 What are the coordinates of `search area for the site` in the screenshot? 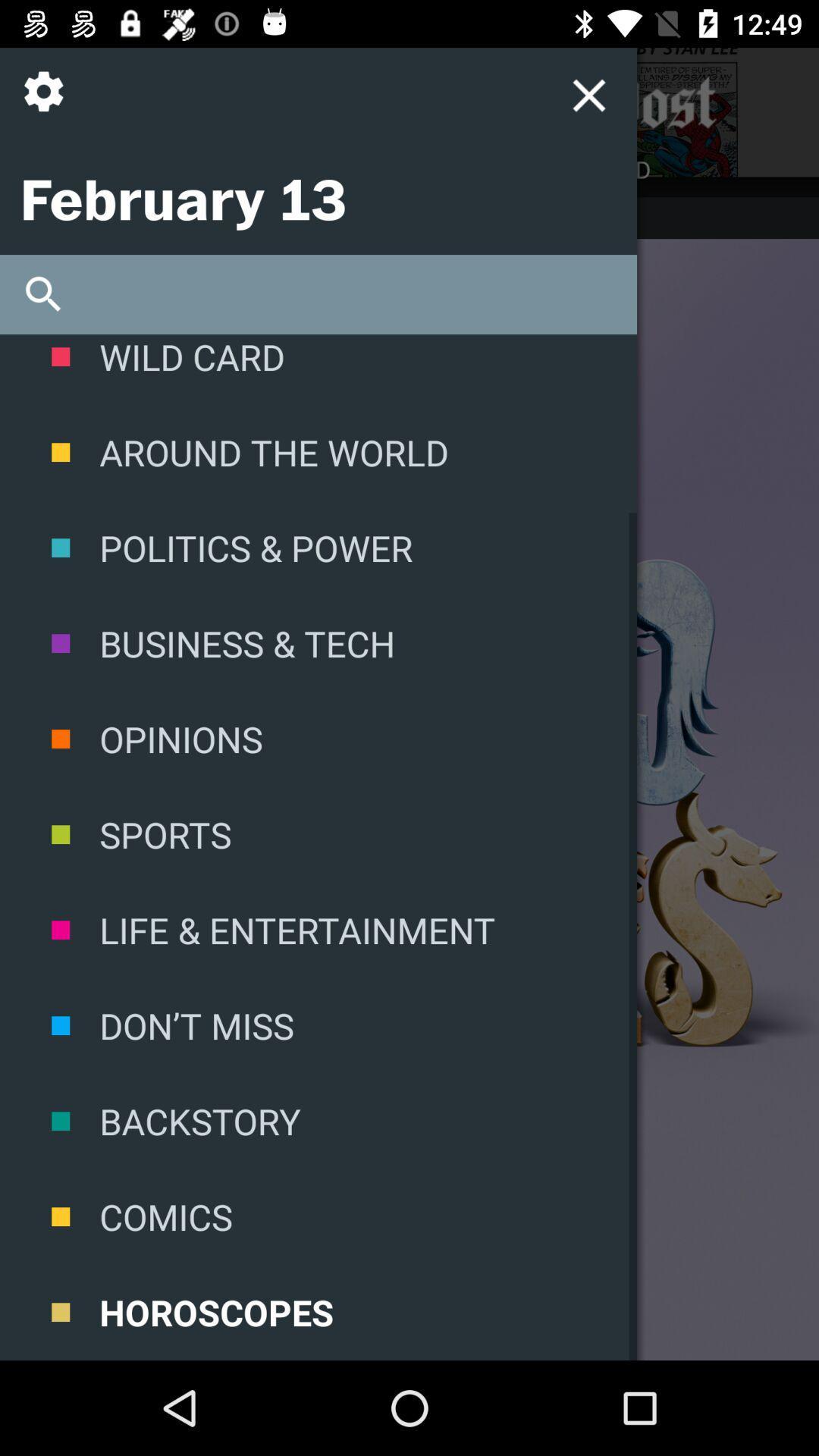 It's located at (318, 294).